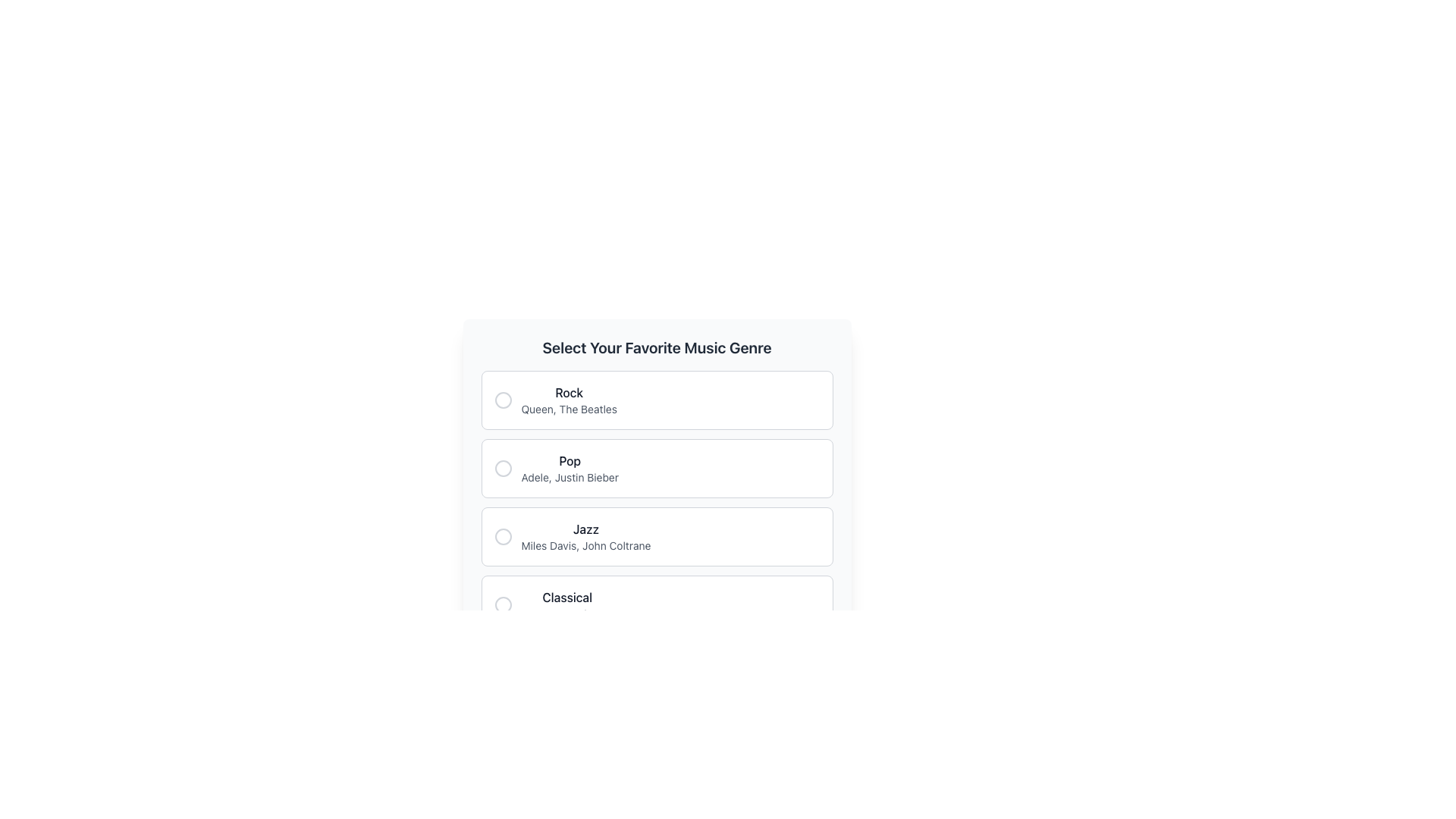 This screenshot has height=819, width=1456. I want to click on the text label representing the music genre 'Jazz', which is located in the third selection option of the list, beneath 'Pop' and above 'Classical', so click(585, 529).